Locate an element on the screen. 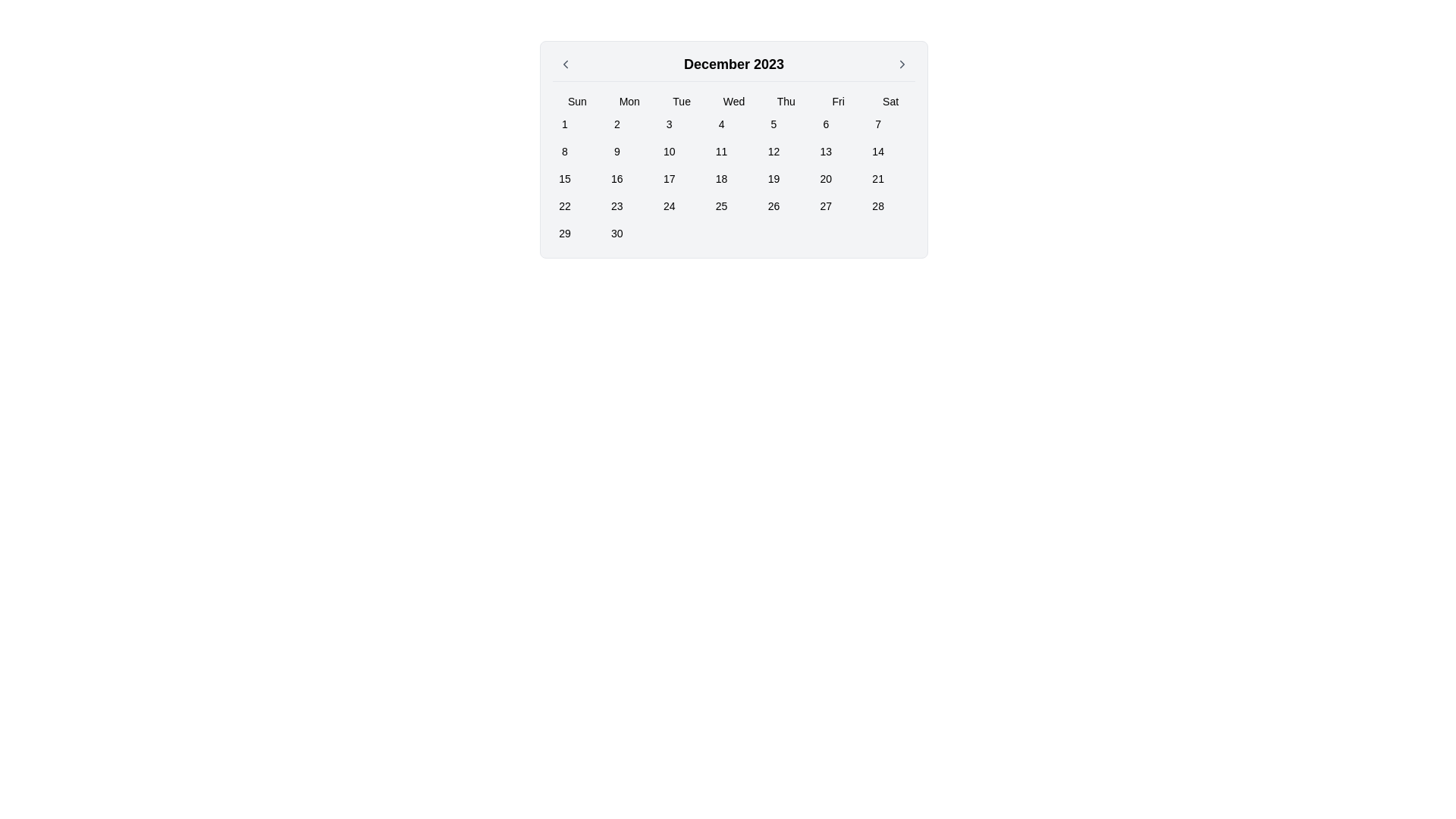 This screenshot has height=819, width=1456. the clickable calendar date cell displaying the number '13' located in the sixth column of the third row of the calendar grid is located at coordinates (825, 152).